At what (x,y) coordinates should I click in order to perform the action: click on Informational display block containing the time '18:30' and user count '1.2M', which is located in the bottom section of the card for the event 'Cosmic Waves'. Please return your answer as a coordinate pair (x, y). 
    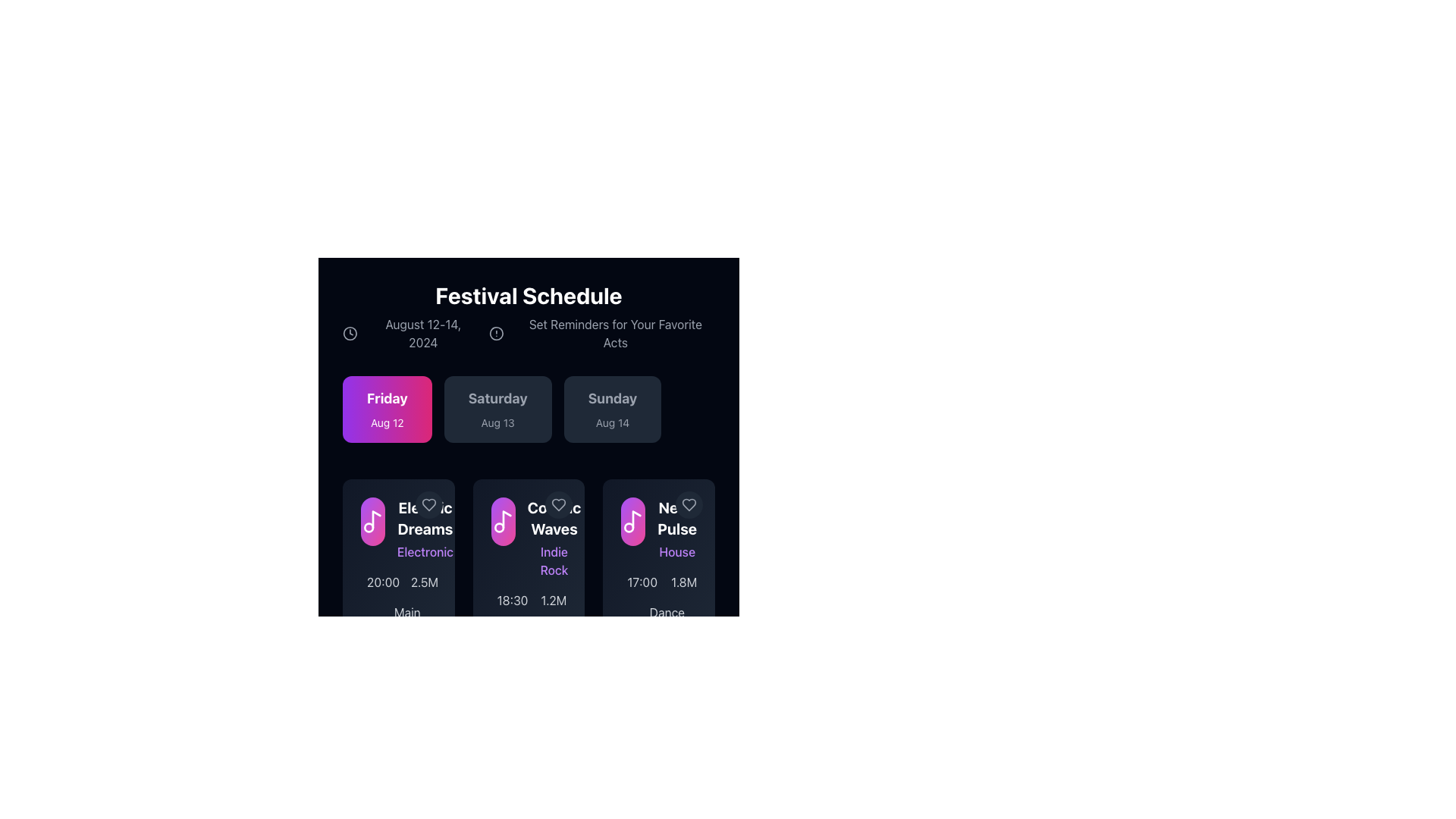
    Looking at the image, I should click on (529, 599).